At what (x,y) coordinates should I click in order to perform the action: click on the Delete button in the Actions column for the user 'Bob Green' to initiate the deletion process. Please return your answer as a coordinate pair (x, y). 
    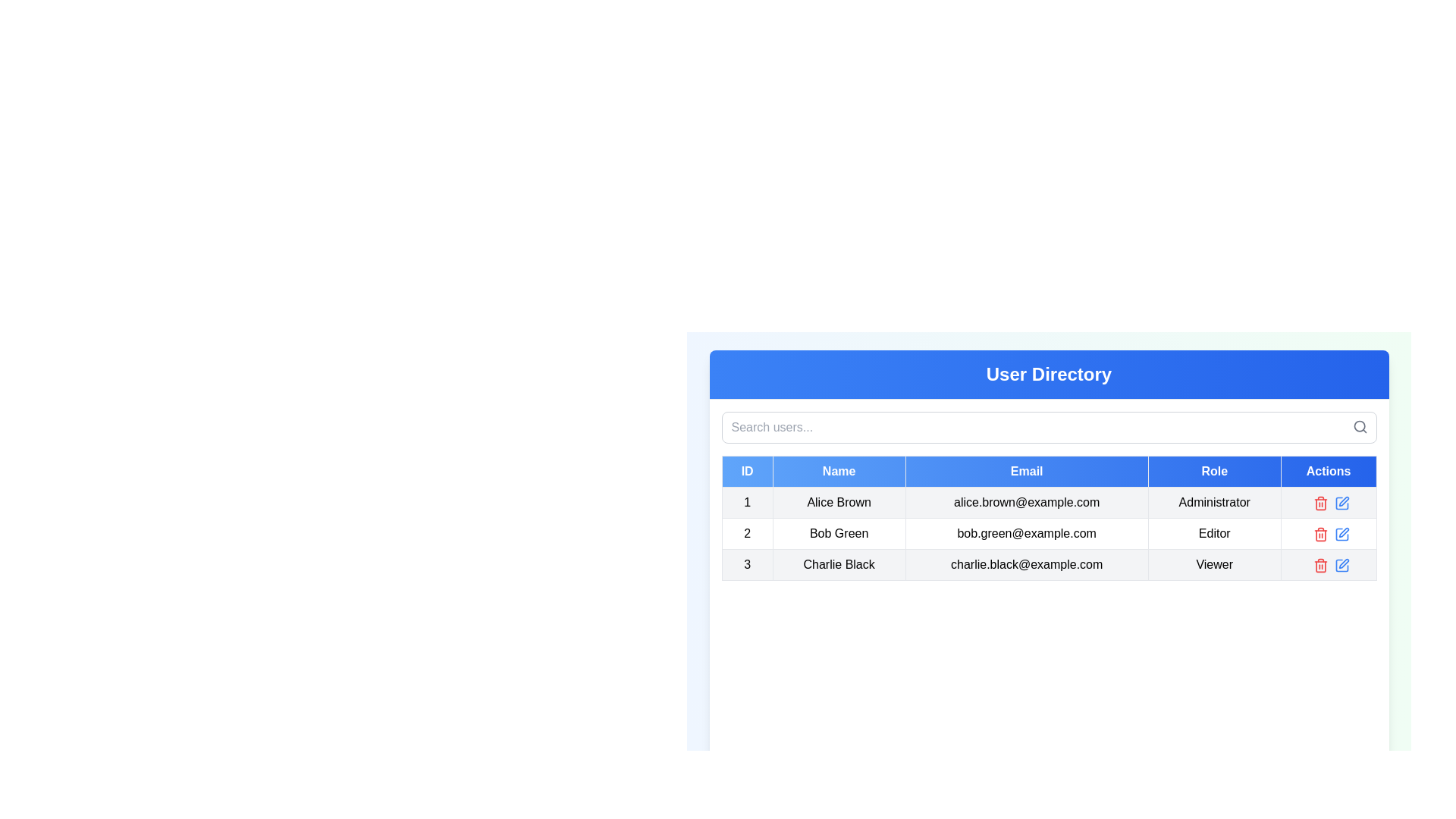
    Looking at the image, I should click on (1320, 503).